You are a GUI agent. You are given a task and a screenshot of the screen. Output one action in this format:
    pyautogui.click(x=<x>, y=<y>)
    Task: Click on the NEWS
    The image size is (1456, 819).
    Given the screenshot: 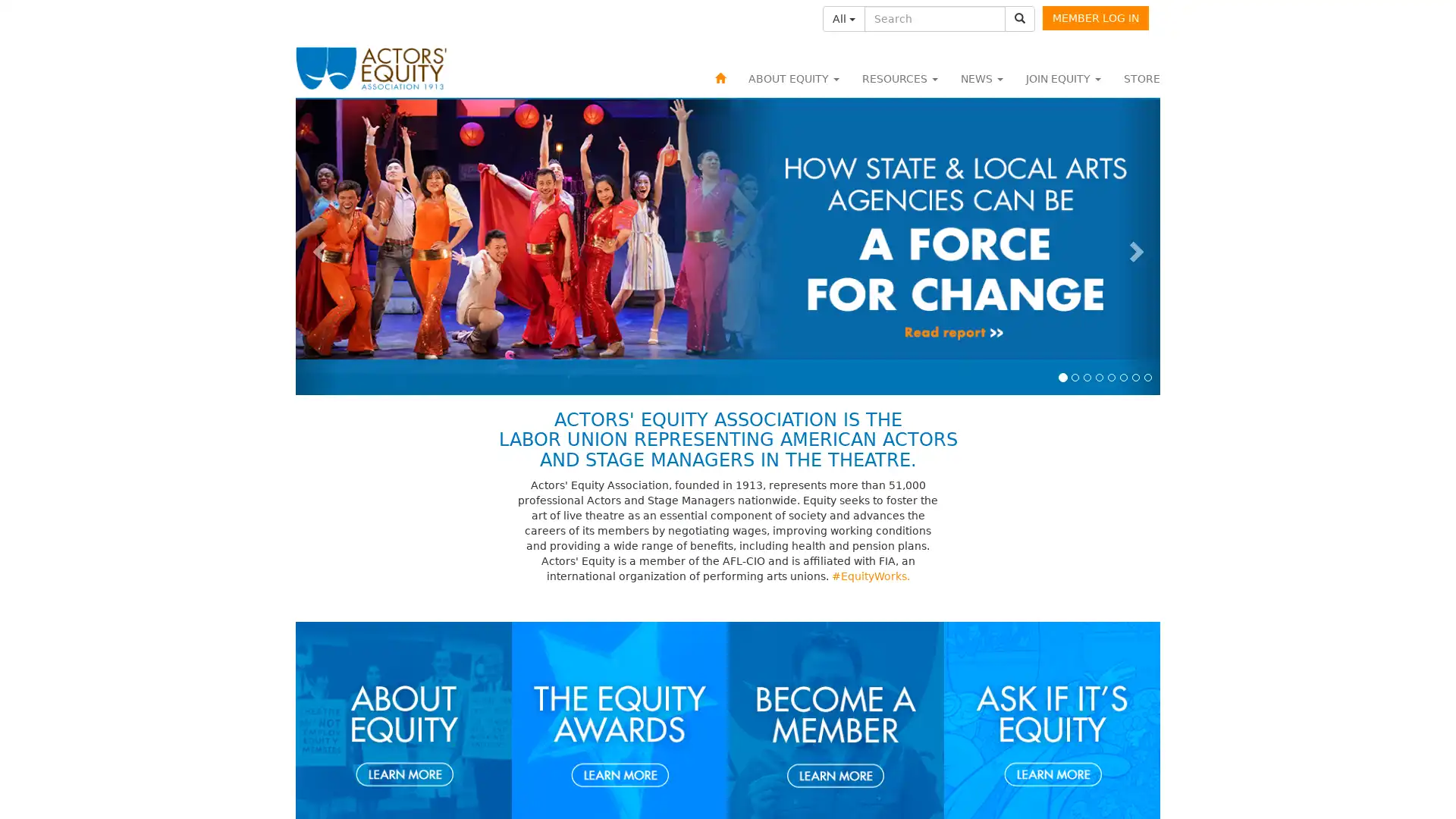 What is the action you would take?
    pyautogui.click(x=982, y=79)
    